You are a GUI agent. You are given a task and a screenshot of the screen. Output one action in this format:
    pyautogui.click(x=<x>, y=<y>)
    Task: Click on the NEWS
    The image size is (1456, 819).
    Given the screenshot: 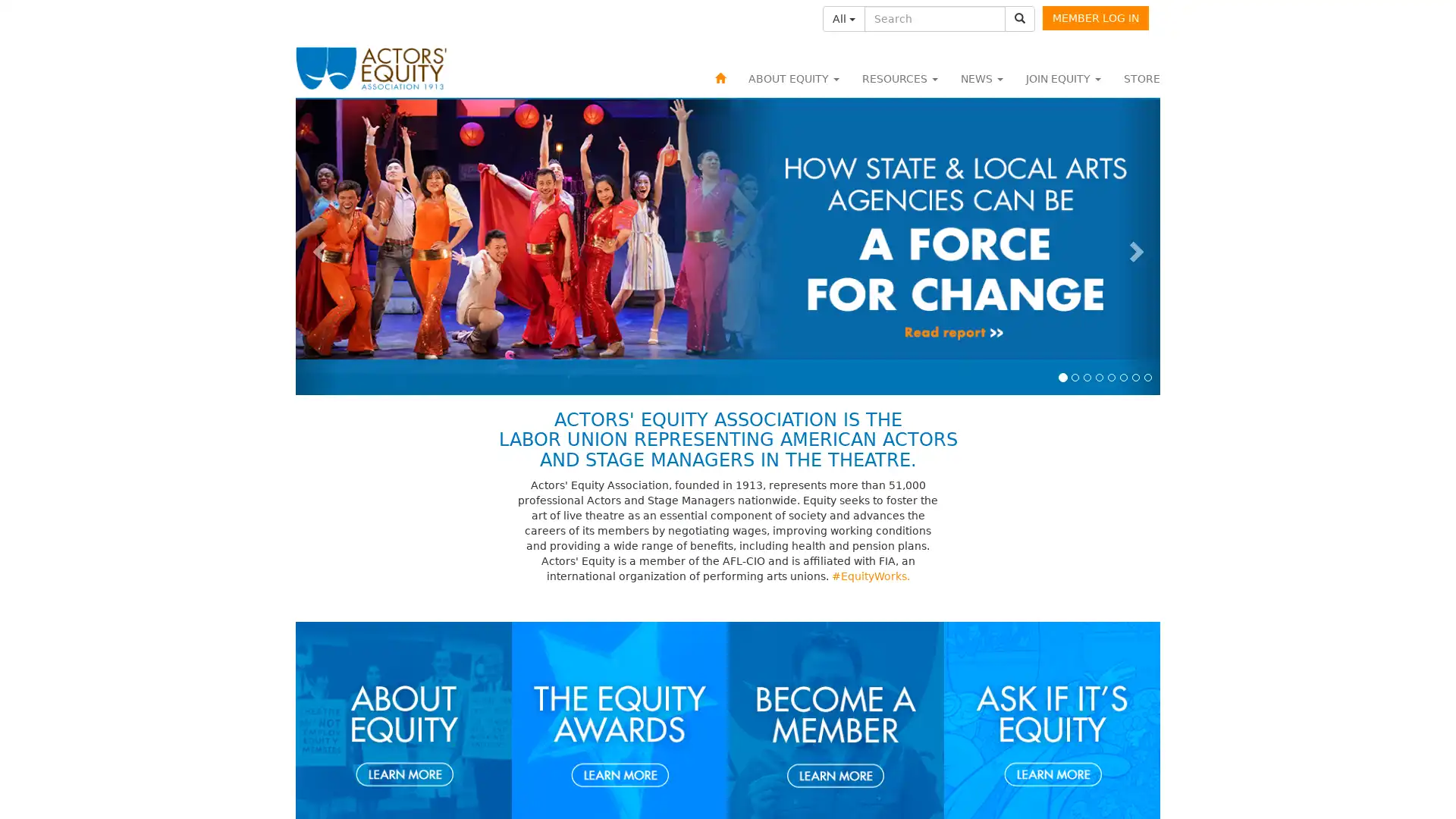 What is the action you would take?
    pyautogui.click(x=982, y=79)
    